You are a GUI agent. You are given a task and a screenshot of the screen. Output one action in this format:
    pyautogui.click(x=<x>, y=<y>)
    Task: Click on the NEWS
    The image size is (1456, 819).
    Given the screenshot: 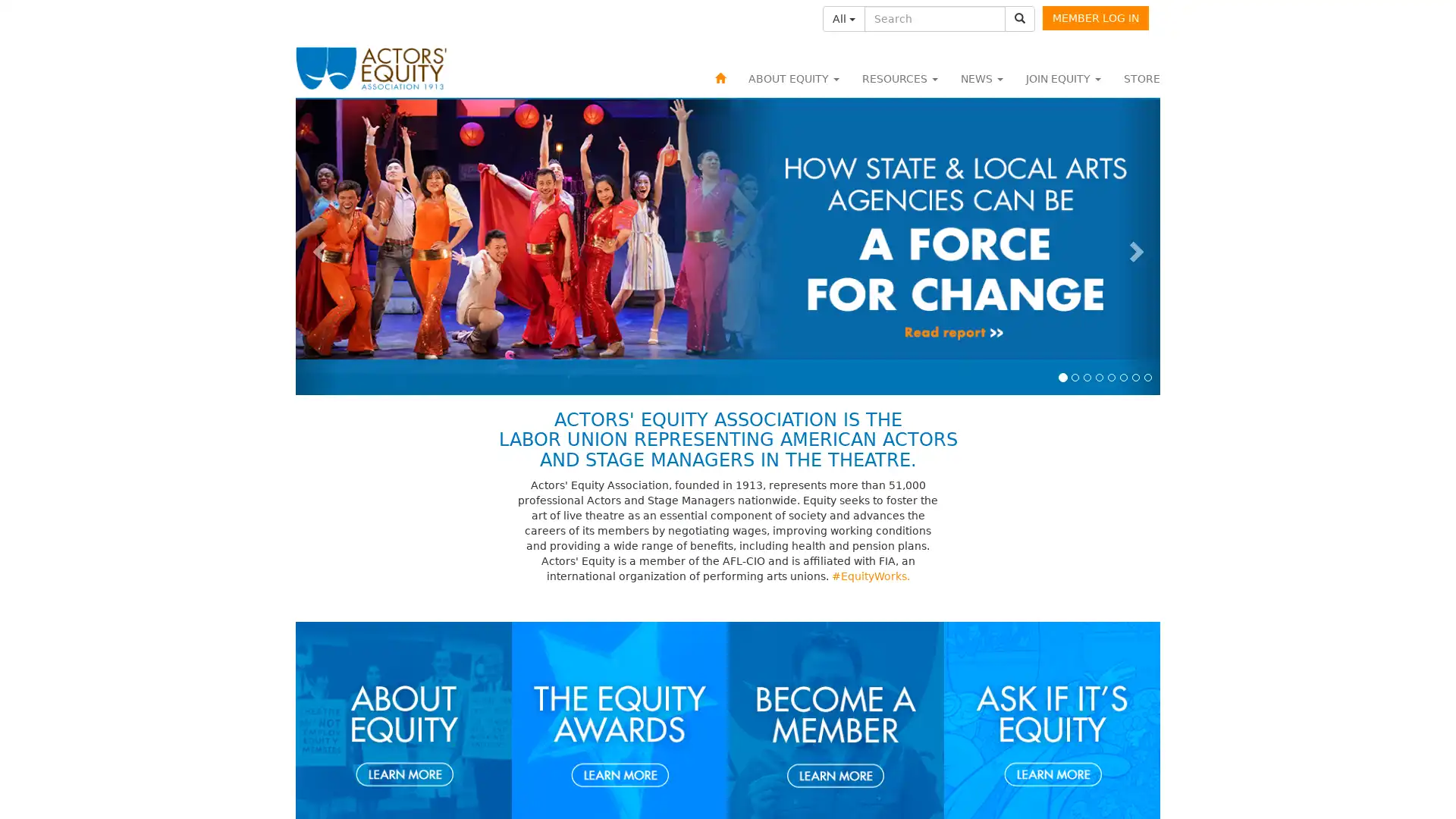 What is the action you would take?
    pyautogui.click(x=982, y=79)
    